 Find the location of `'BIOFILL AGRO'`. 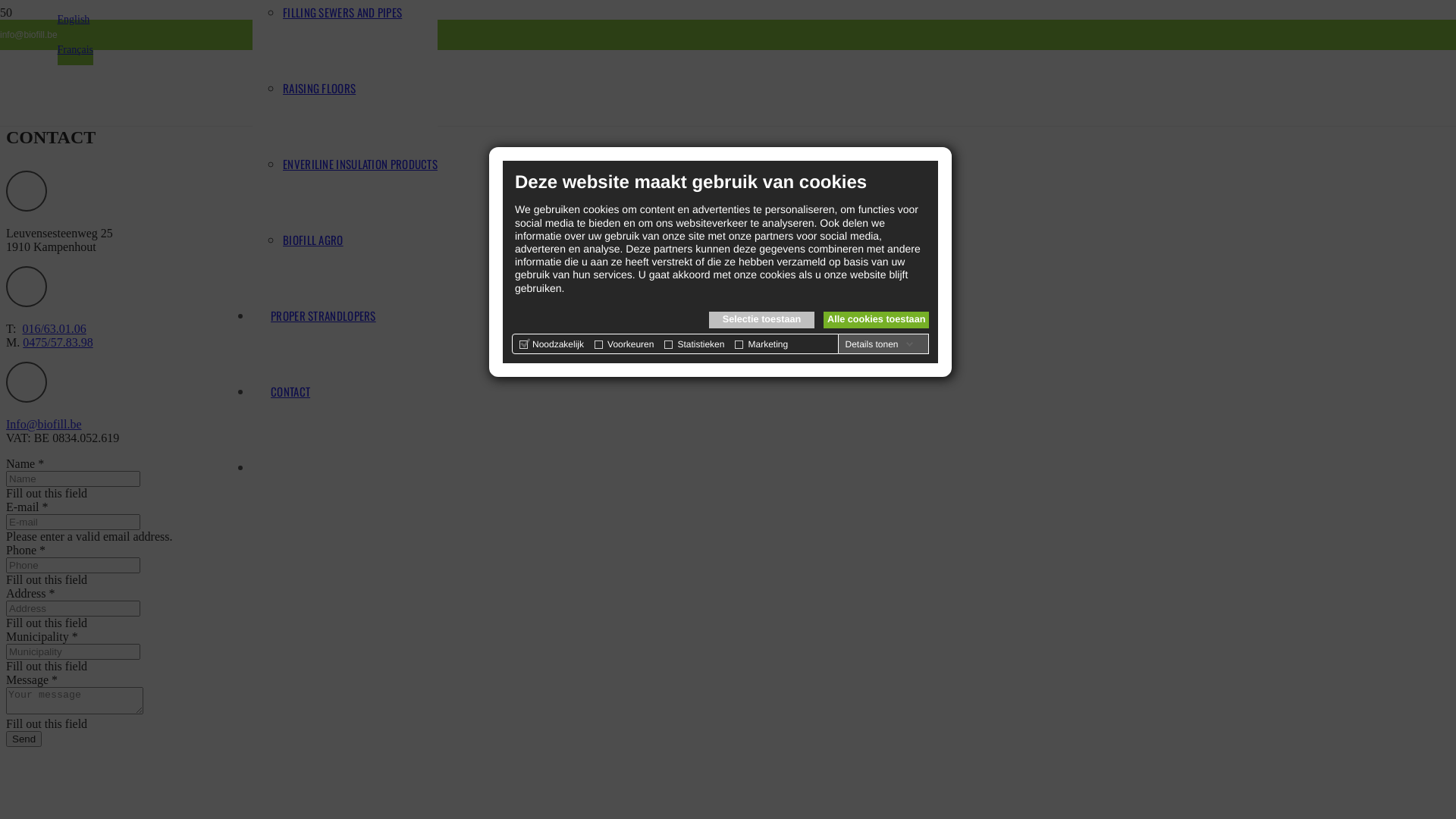

'BIOFILL AGRO' is located at coordinates (312, 239).